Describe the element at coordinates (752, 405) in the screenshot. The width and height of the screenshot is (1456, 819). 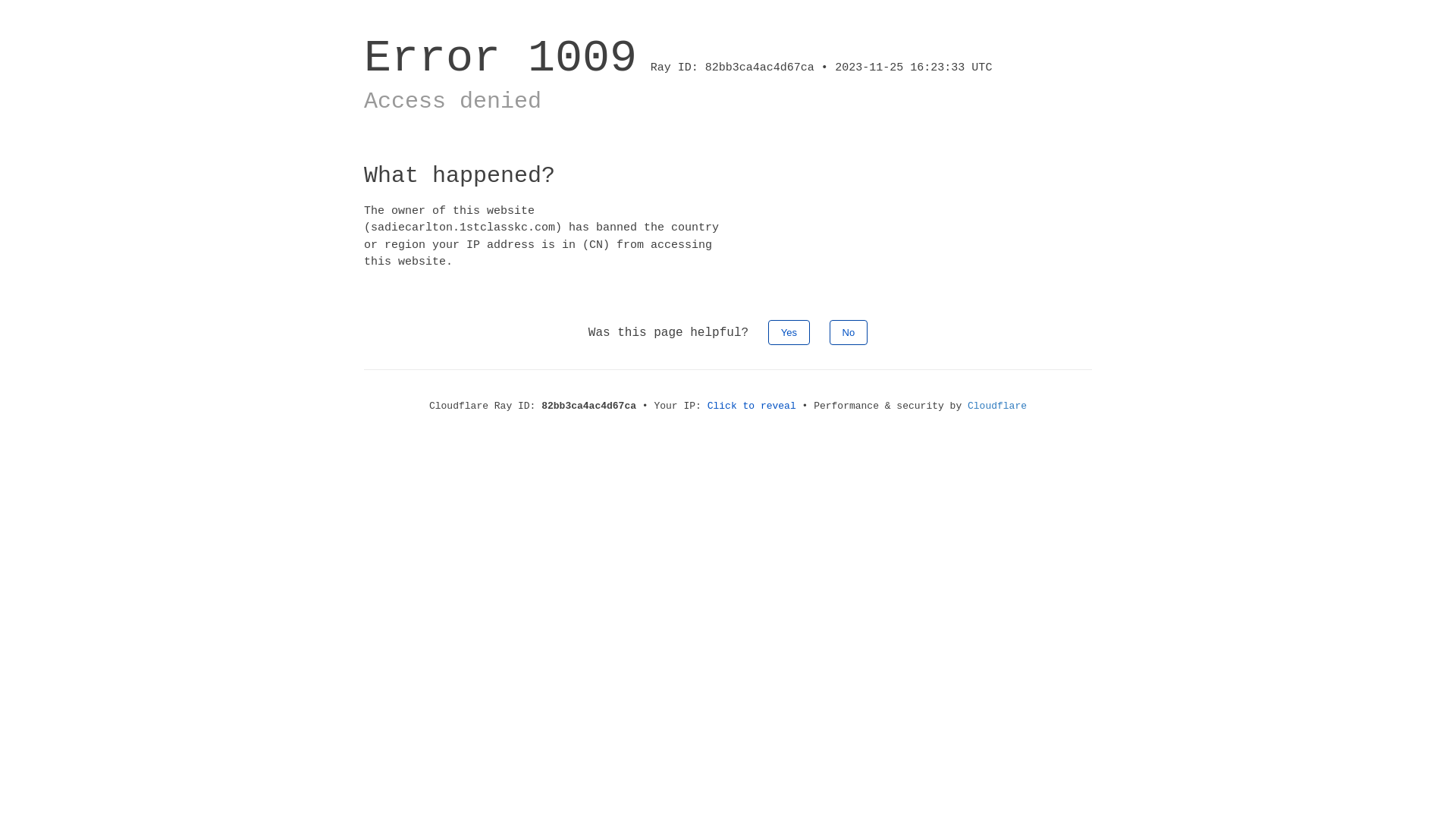
I see `'Click to reveal'` at that location.